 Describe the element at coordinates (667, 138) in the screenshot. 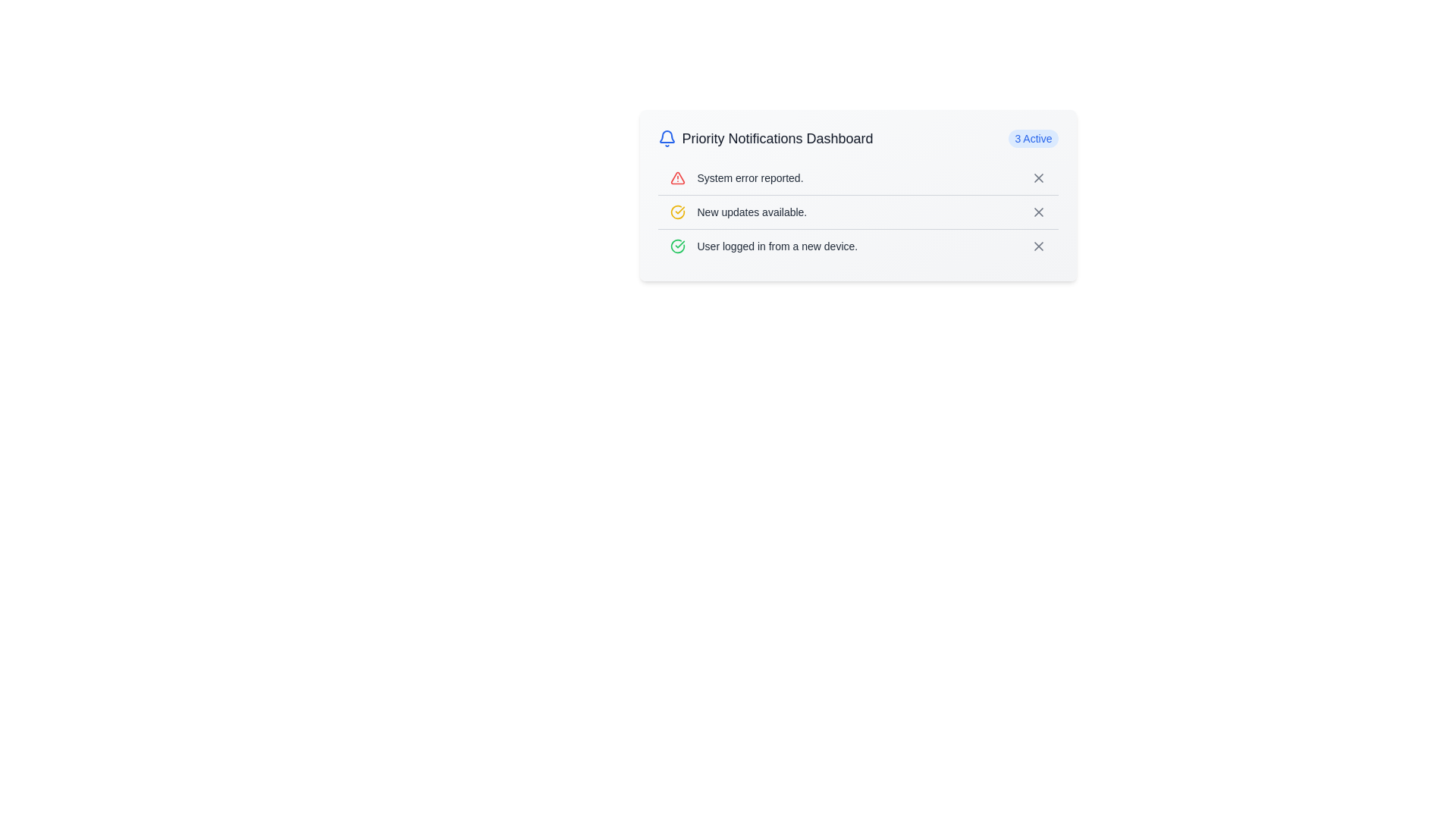

I see `the bell icon located to the far left of the 'Priority Notifications Dashboard', which serves as a visual representation for notifications` at that location.